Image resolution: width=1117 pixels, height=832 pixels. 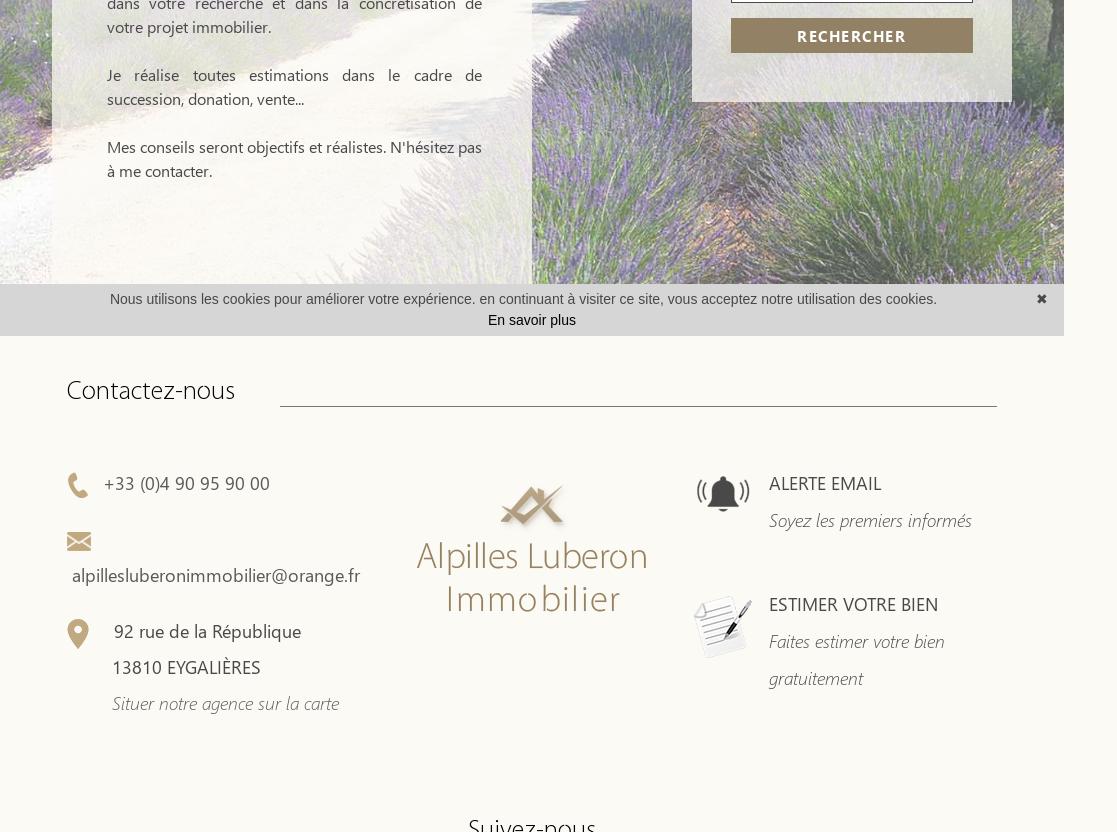 I want to click on '+33 (0)4 90 95 90 00', so click(x=179, y=481).